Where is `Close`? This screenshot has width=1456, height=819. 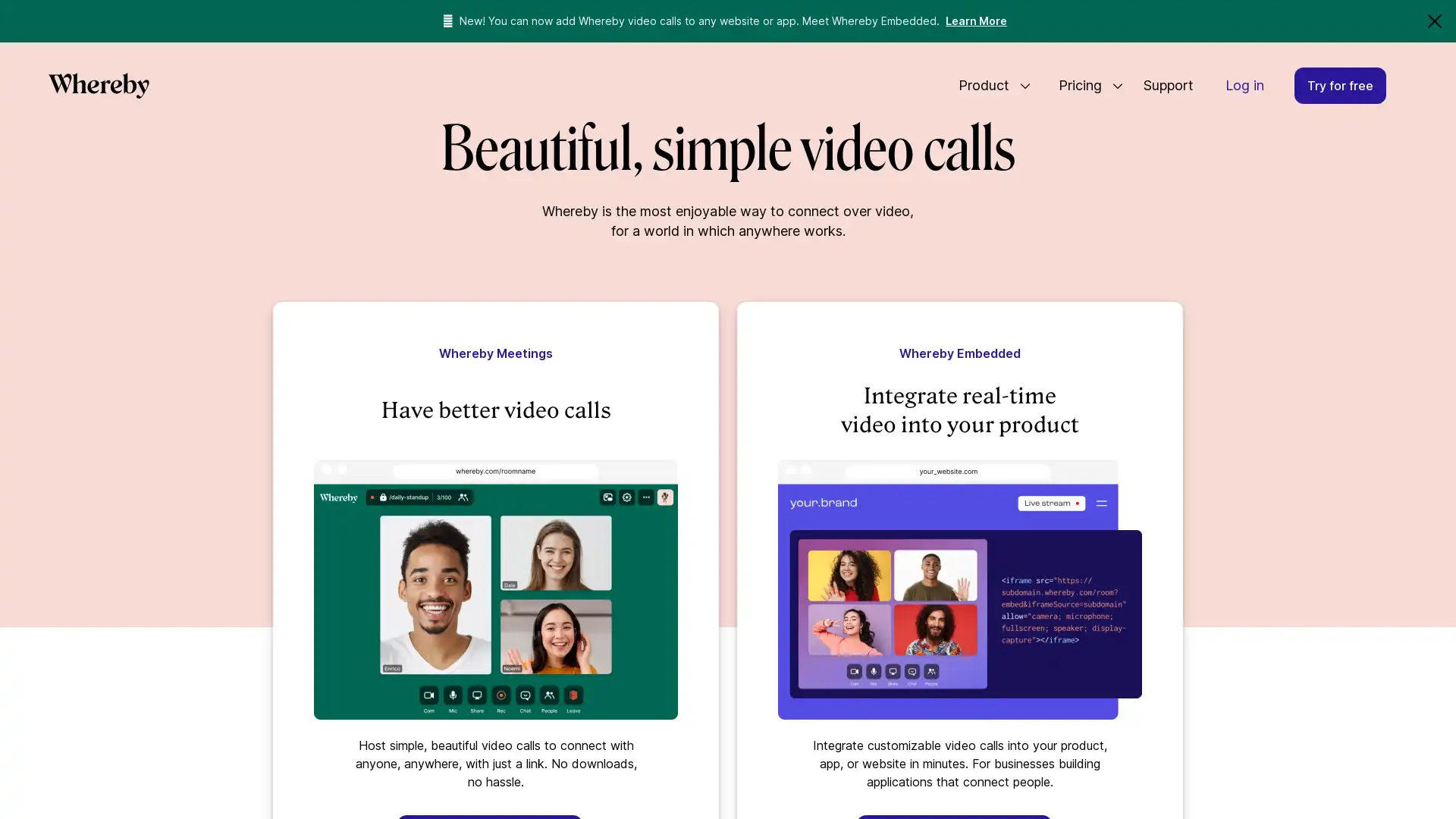
Close is located at coordinates (1433, 20).